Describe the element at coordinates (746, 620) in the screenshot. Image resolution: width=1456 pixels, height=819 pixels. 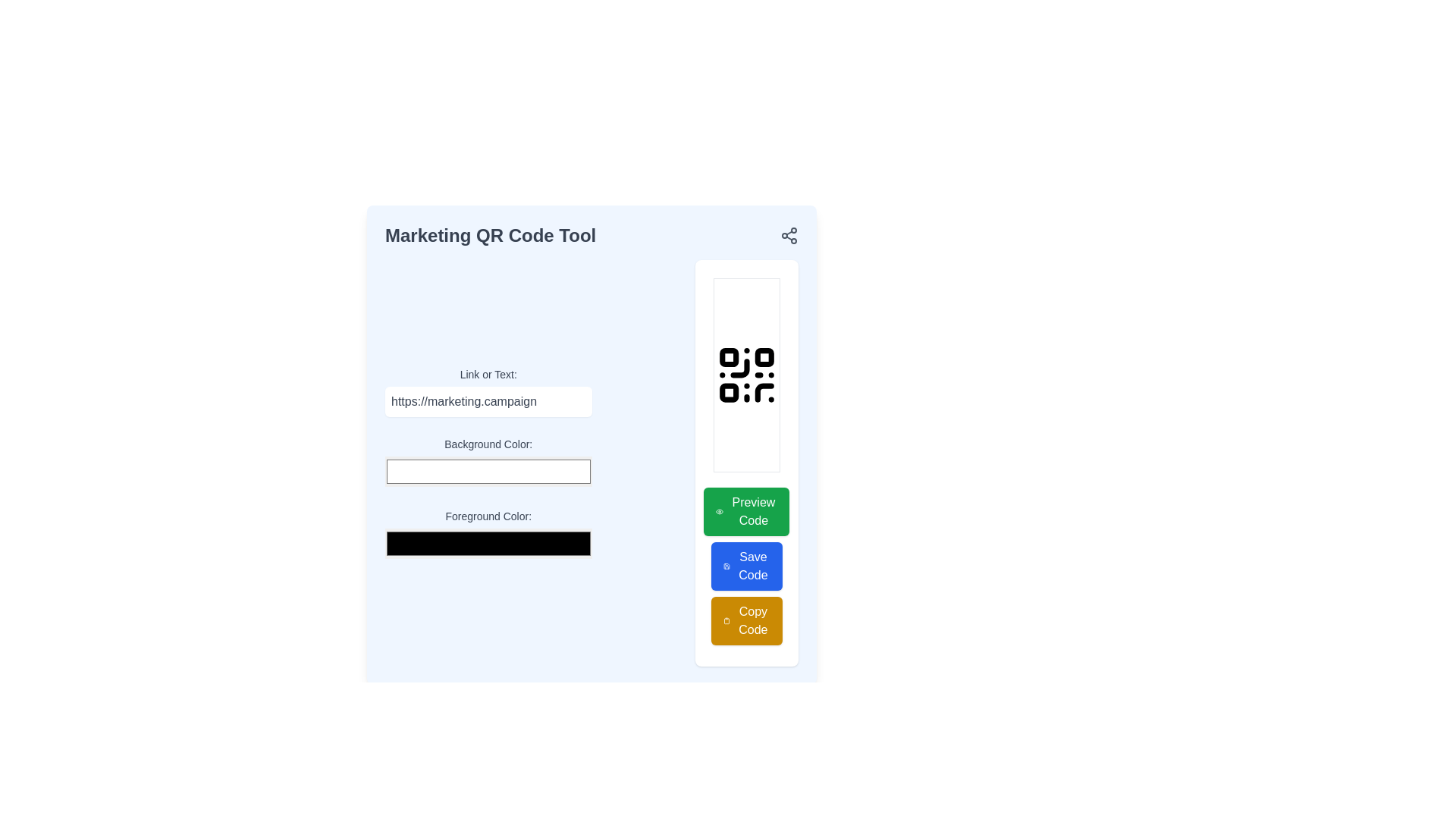
I see `the 'Copy Code' button, which is a rectangular button with a golden yellow background and white text, located at the bottom of a vertical stack of buttons next to the QR code preview area` at that location.